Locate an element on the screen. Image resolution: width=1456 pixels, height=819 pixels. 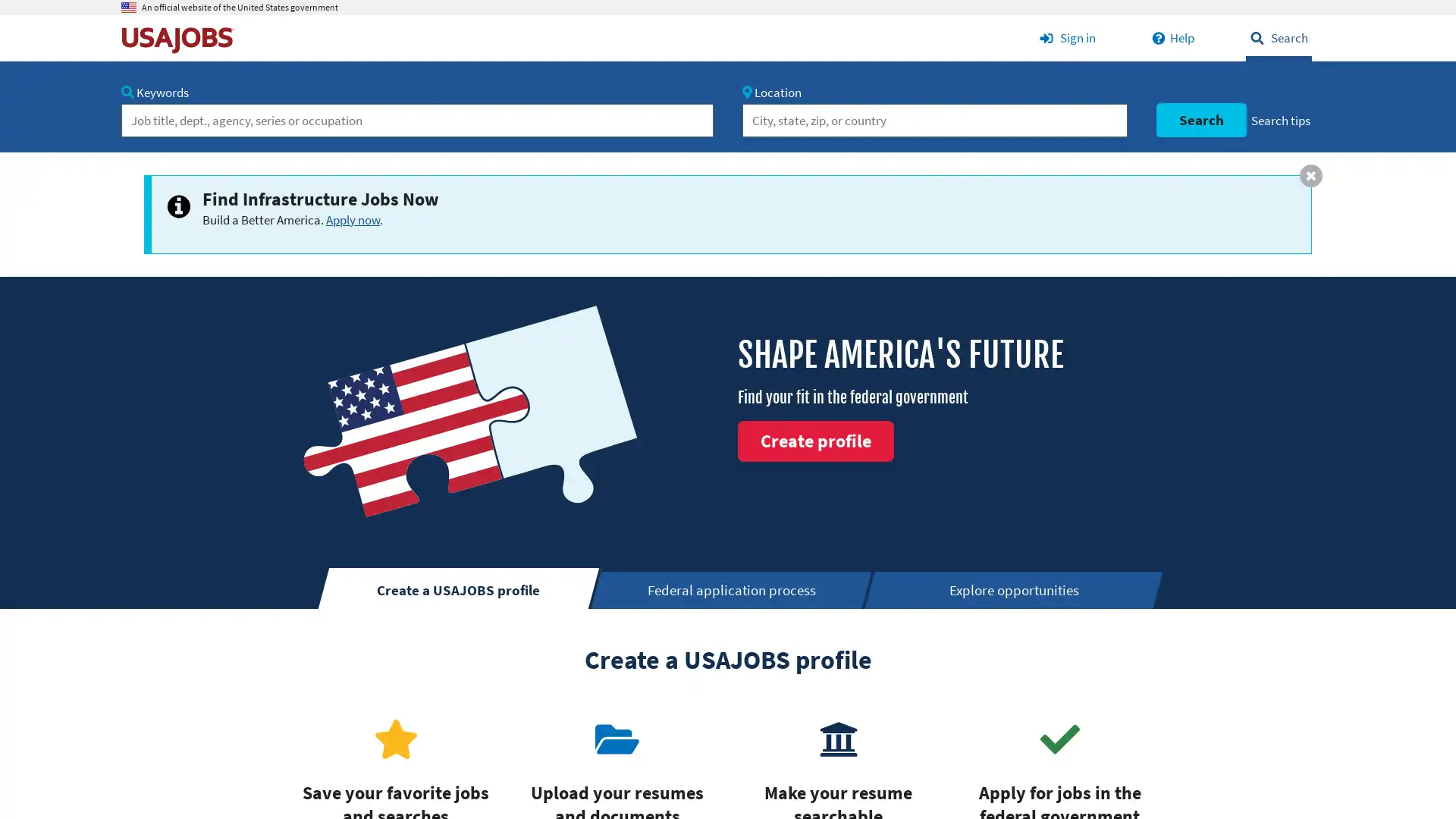
Explore opportunities is located at coordinates (1015, 589).